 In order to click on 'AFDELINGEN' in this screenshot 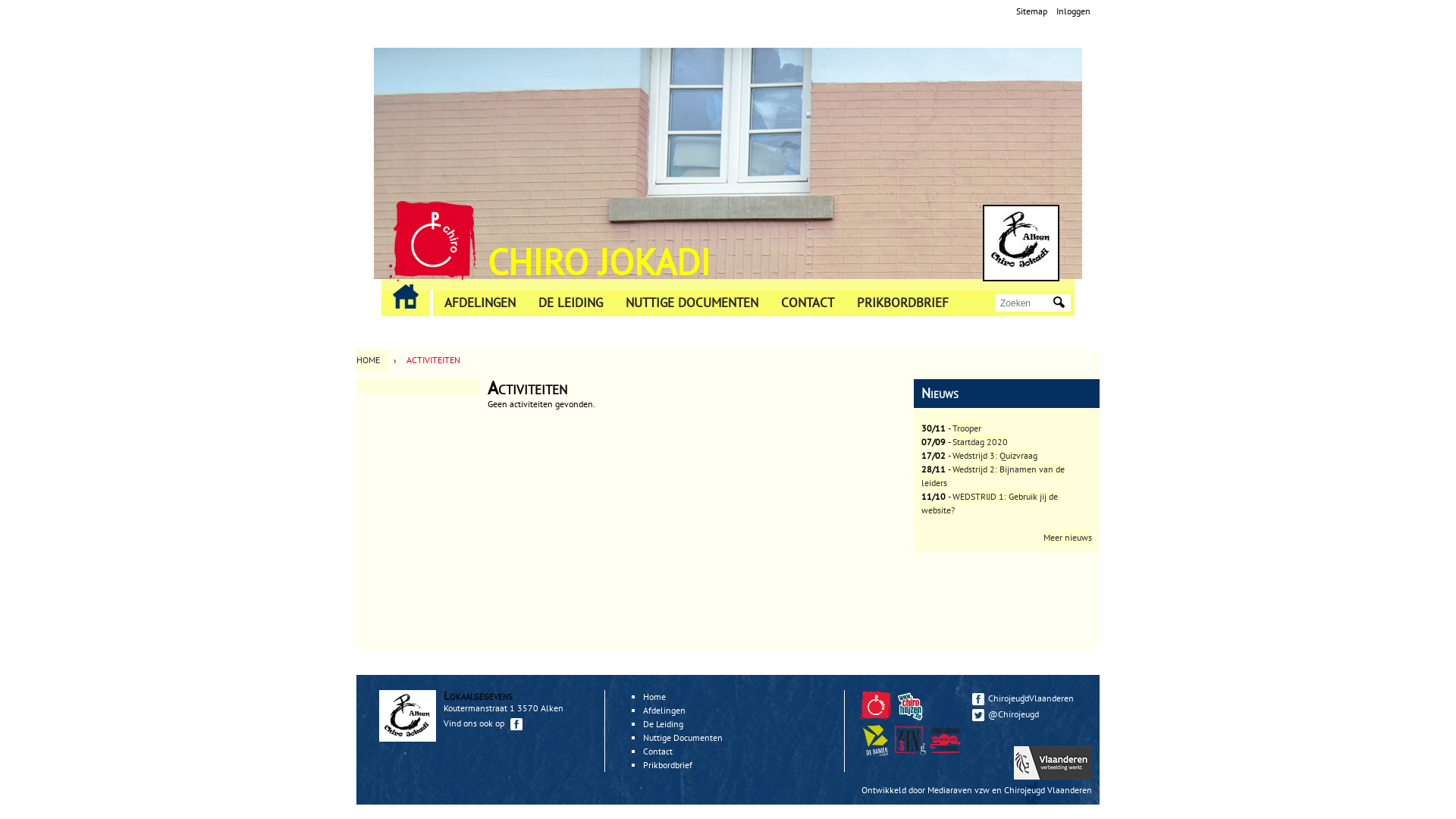, I will do `click(479, 303)`.